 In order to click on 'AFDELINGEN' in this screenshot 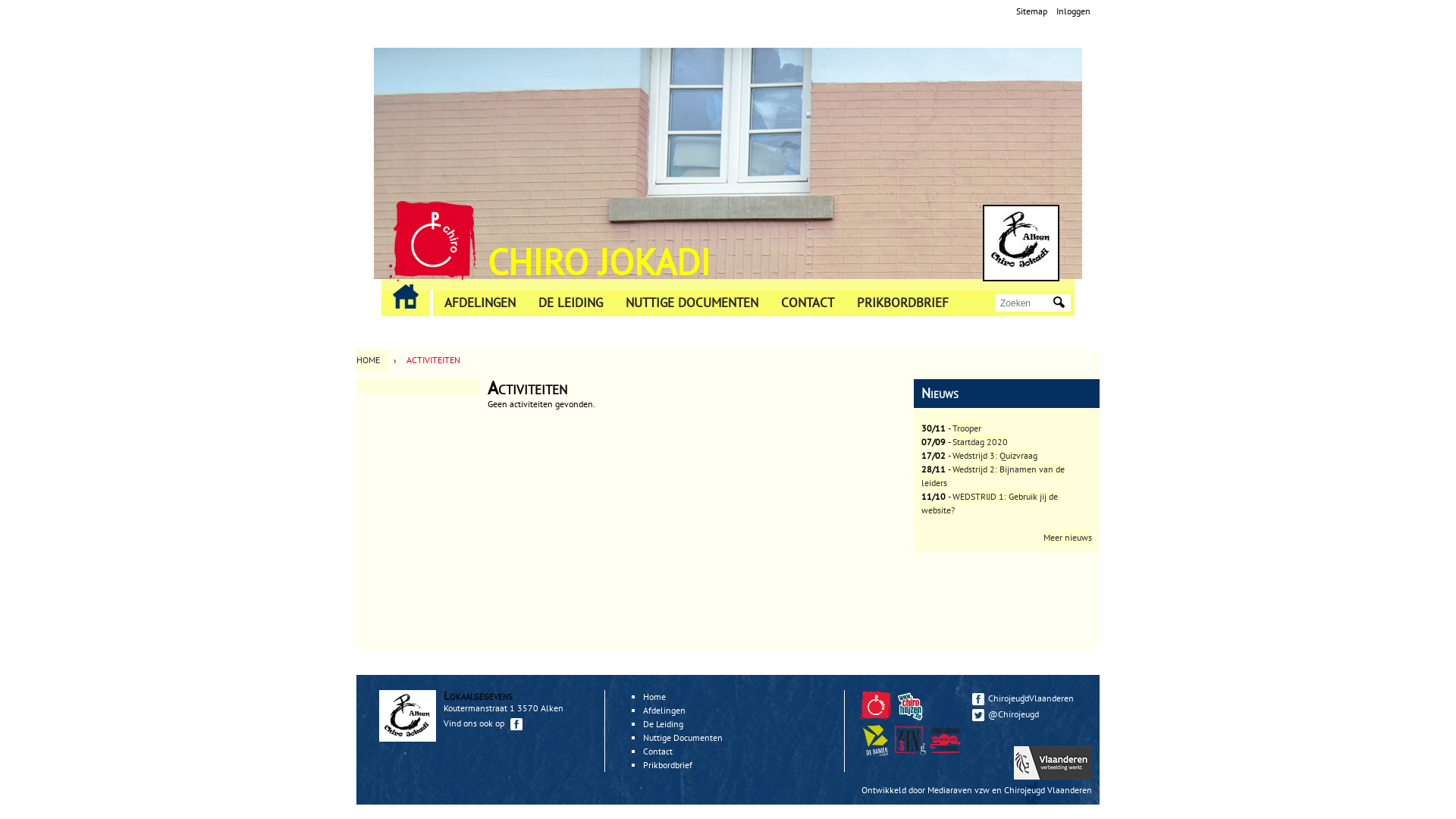, I will do `click(479, 303)`.